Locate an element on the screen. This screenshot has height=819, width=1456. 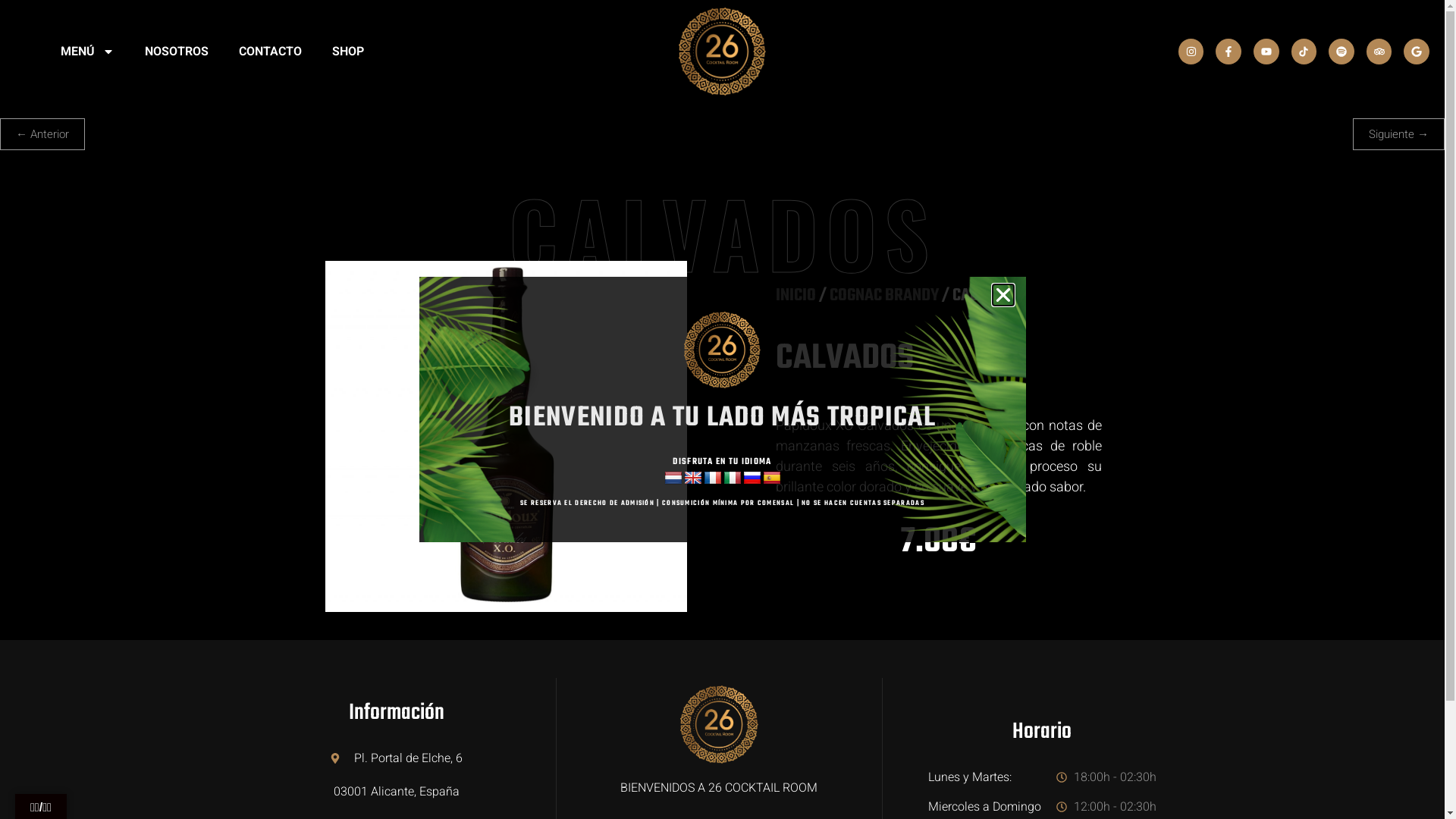
'Russian' is located at coordinates (752, 479).